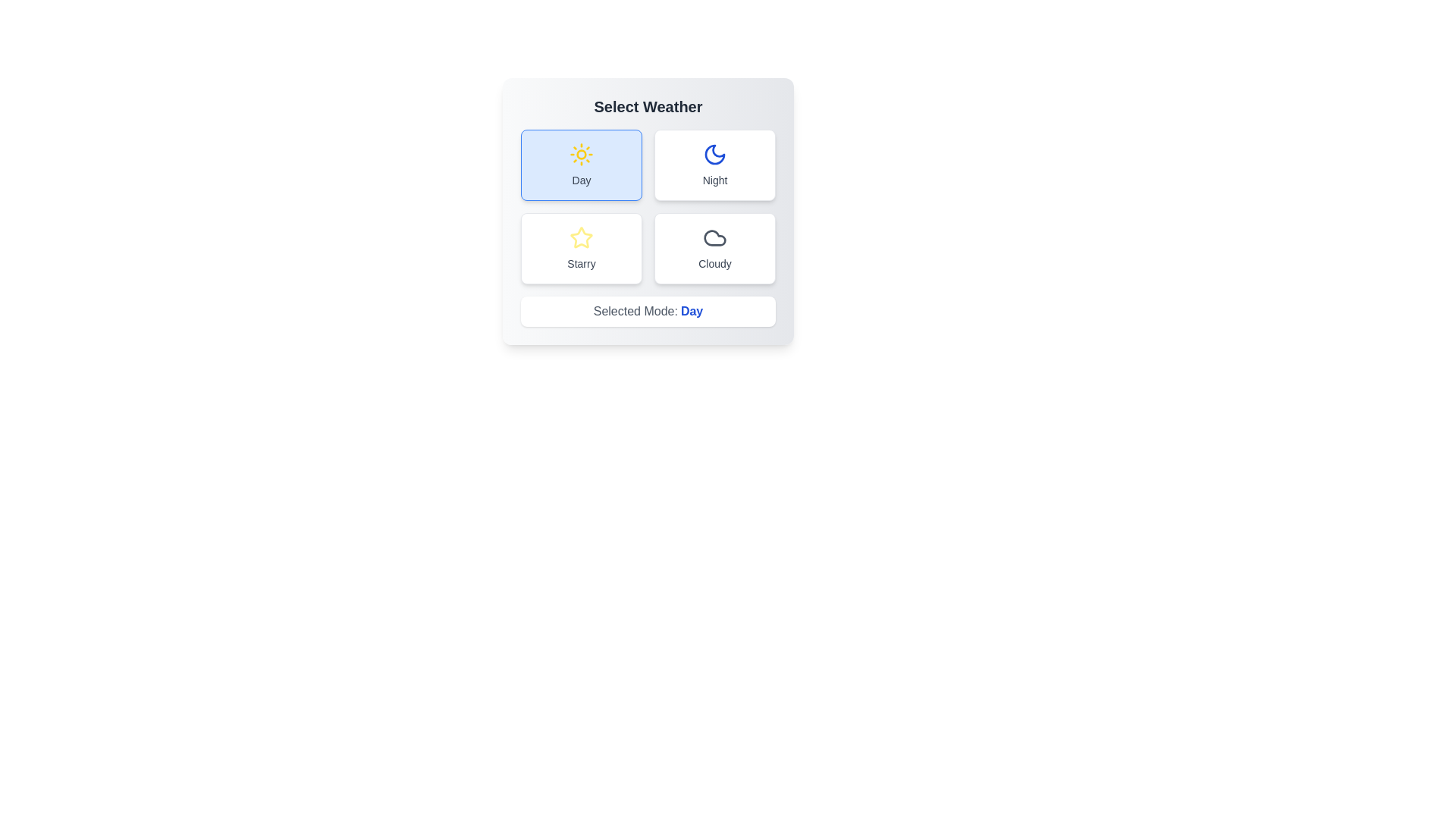  Describe the element at coordinates (714, 262) in the screenshot. I see `the text label of the button corresponding to Cloudy` at that location.